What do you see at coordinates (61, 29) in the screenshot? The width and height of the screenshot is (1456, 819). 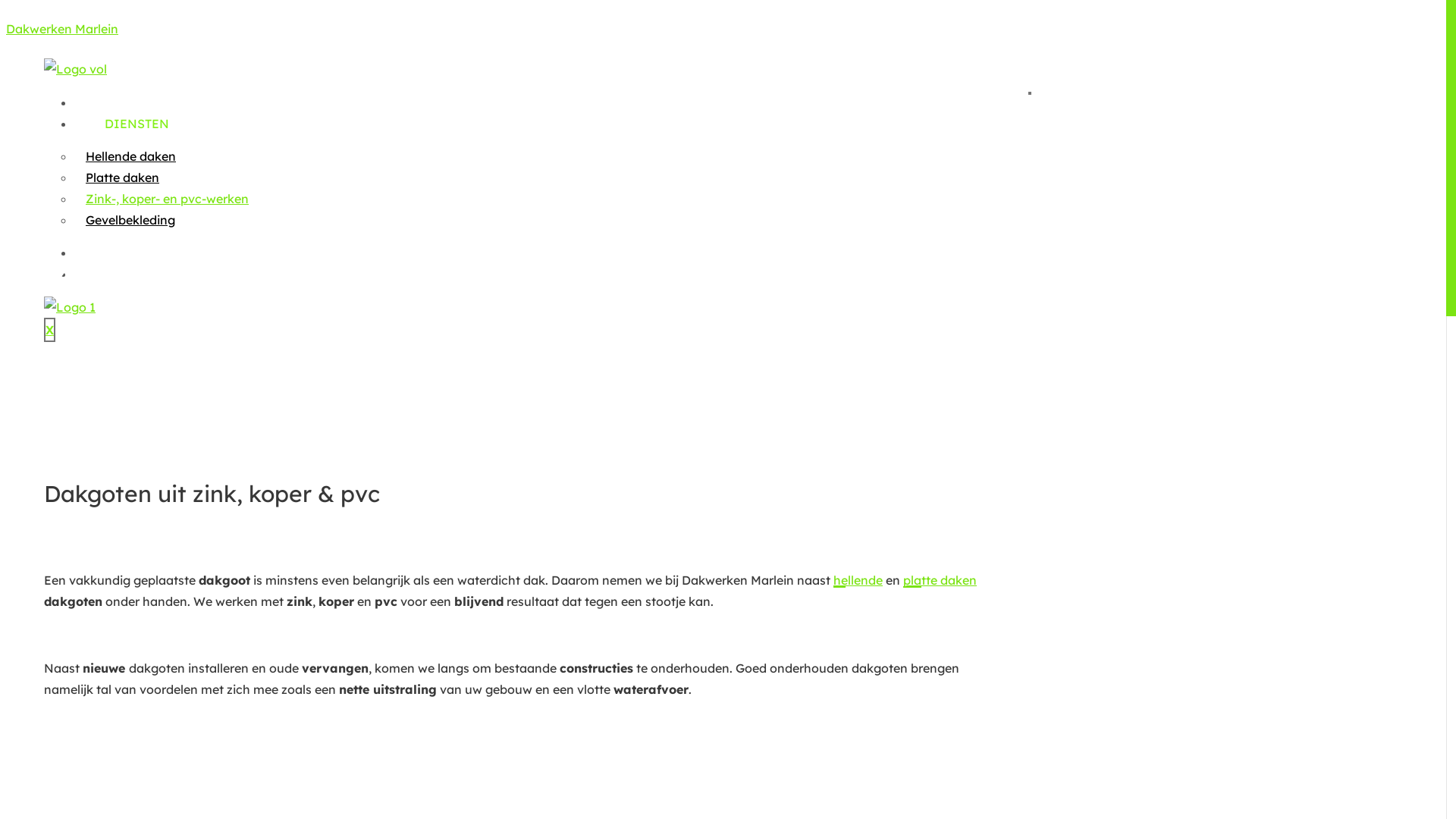 I see `'Dakwerken Marlein'` at bounding box center [61, 29].